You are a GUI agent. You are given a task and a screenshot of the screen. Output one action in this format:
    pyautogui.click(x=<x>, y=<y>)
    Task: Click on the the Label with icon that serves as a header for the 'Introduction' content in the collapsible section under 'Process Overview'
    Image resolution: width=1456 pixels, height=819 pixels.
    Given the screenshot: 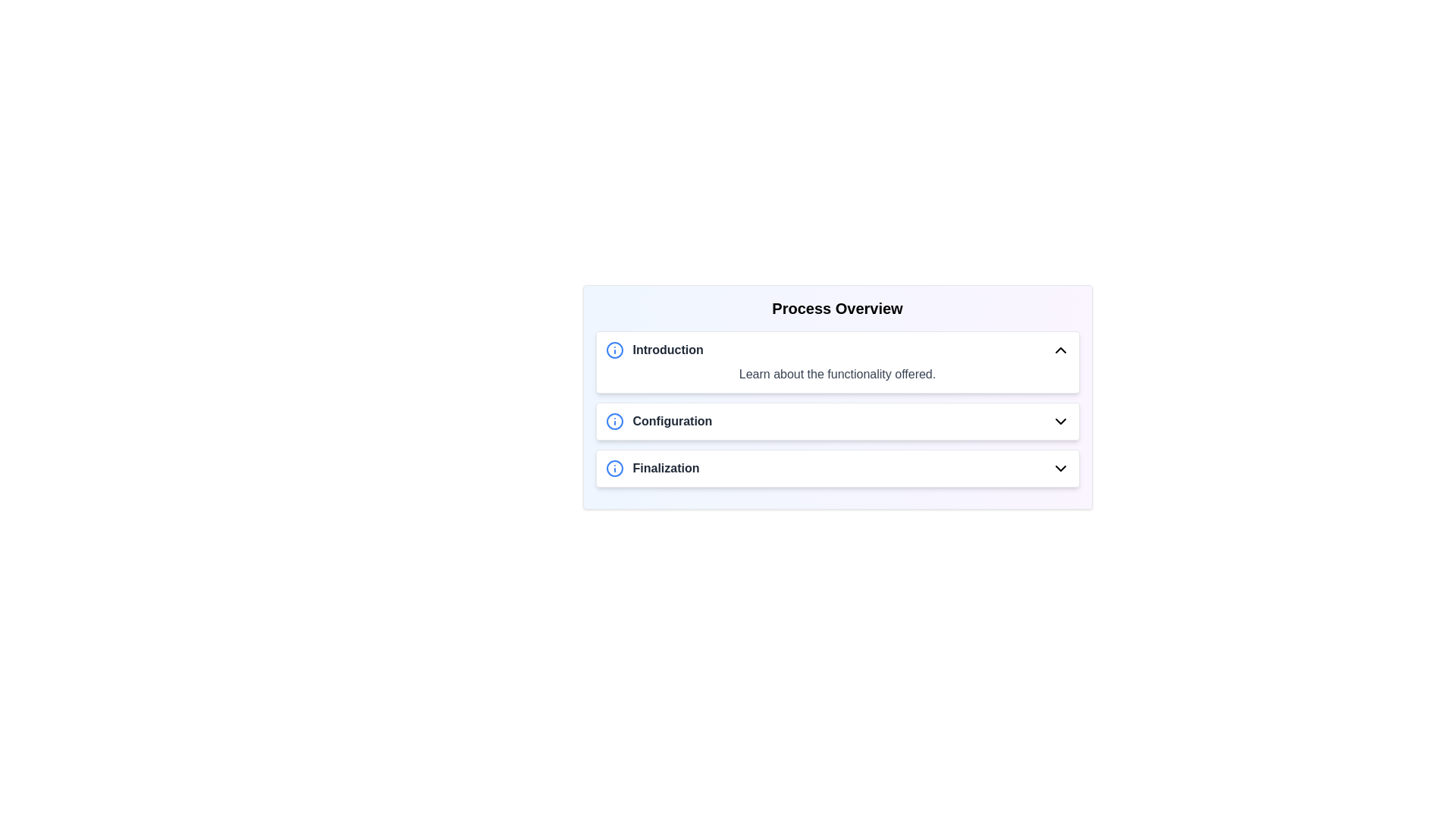 What is the action you would take?
    pyautogui.click(x=654, y=350)
    